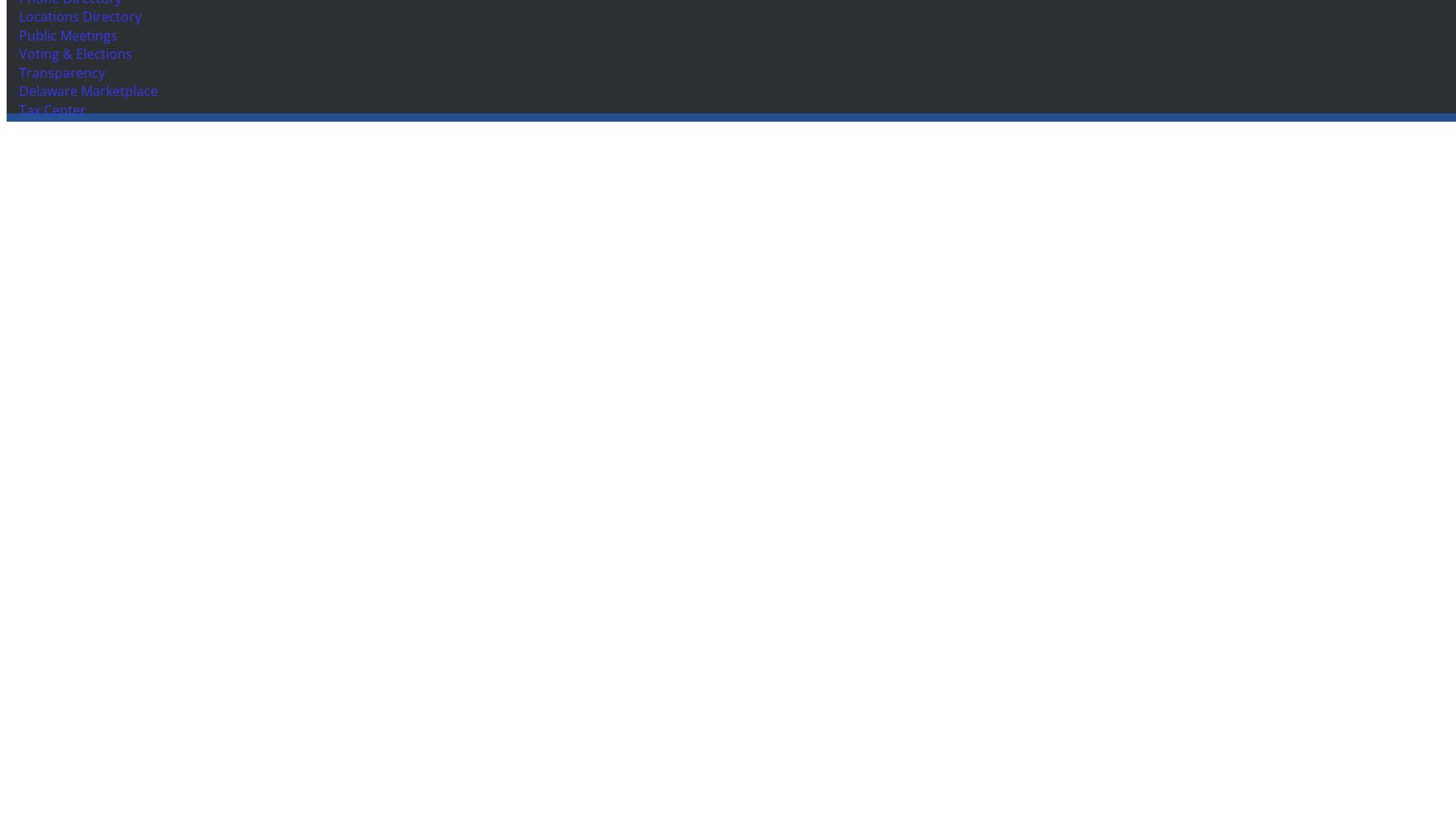  I want to click on 'Help Center', so click(52, 307).